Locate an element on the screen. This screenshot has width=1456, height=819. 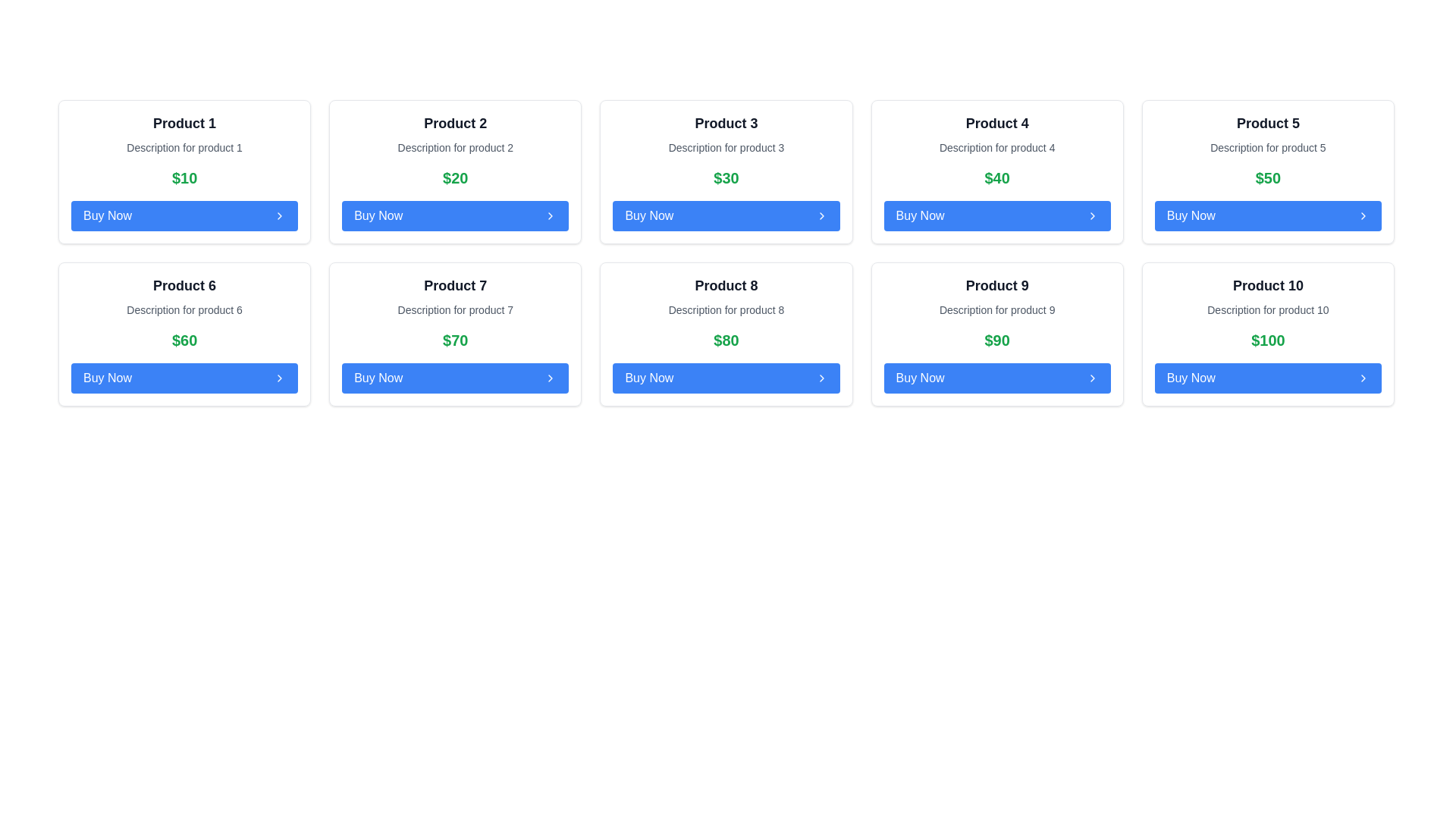
the chevron icon embedded in the 'Buy Now' button located in the bottom section of the 'Product 8' card, which is in the second row and third column of the grid layout is located at coordinates (821, 377).